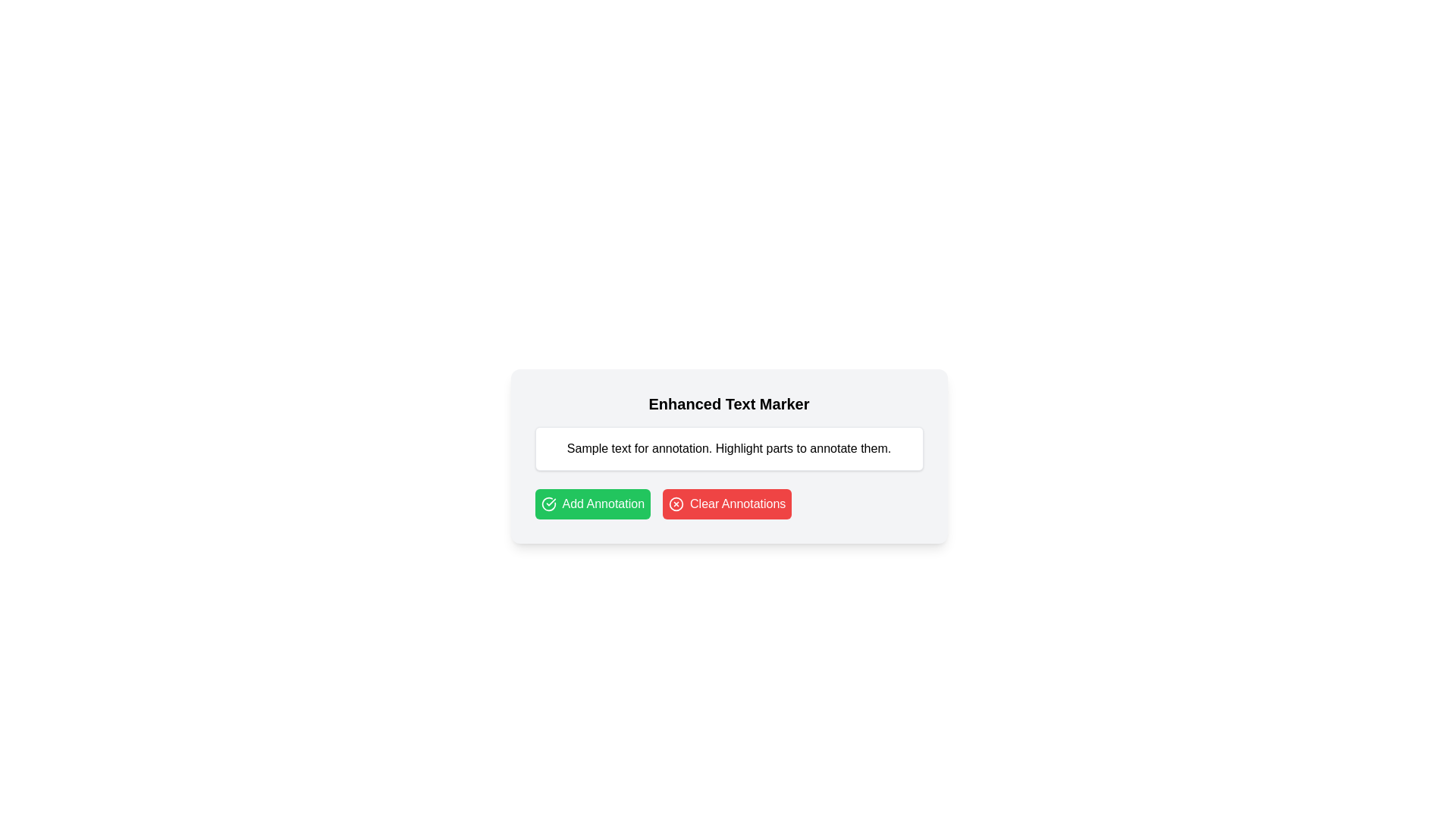 The image size is (1456, 819). I want to click on the second character 'a' in the word 'Sample' within the sentence 'Sample text for annotation.', so click(578, 447).